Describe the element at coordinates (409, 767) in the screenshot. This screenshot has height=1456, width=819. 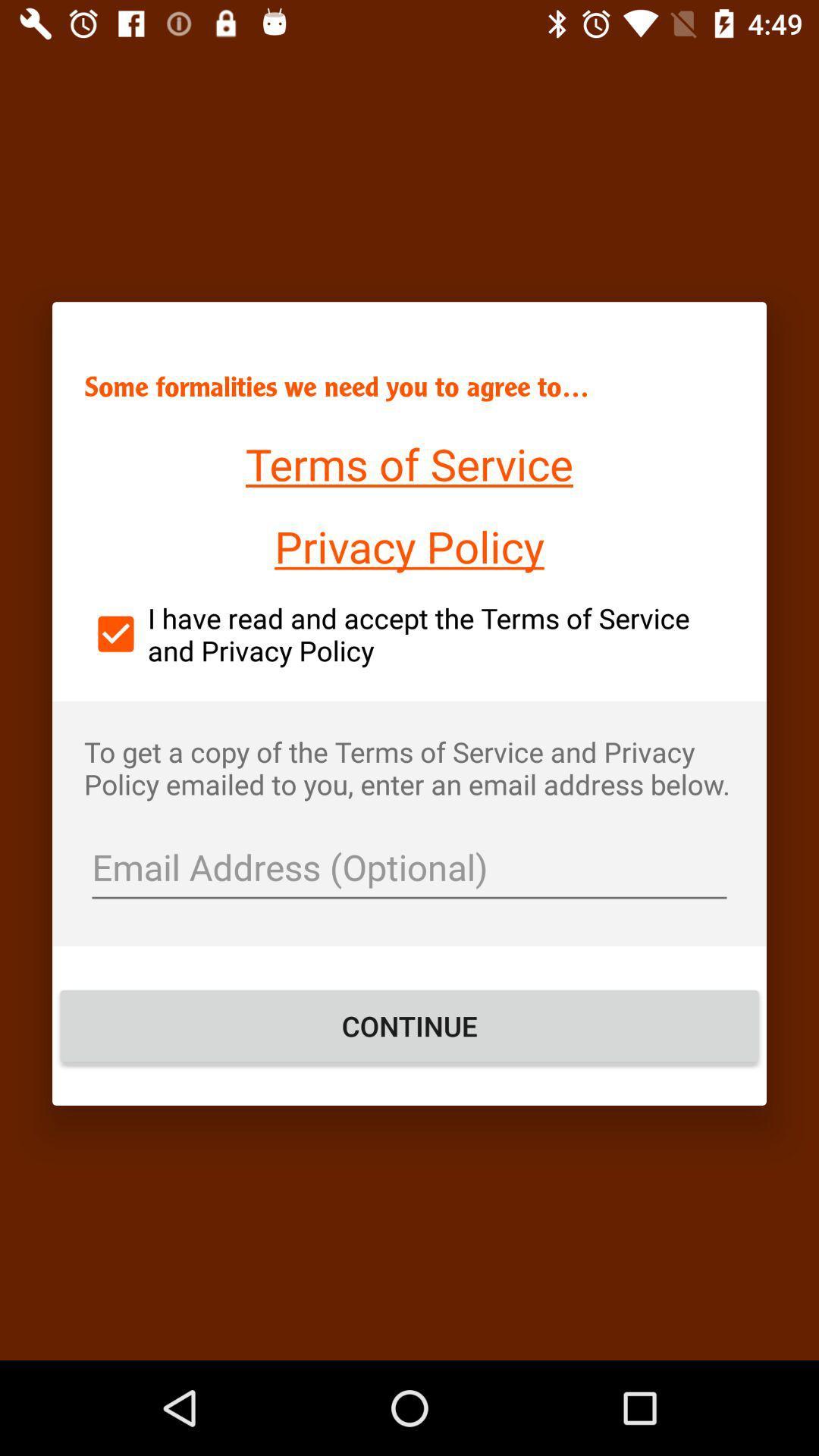
I see `to get a` at that location.